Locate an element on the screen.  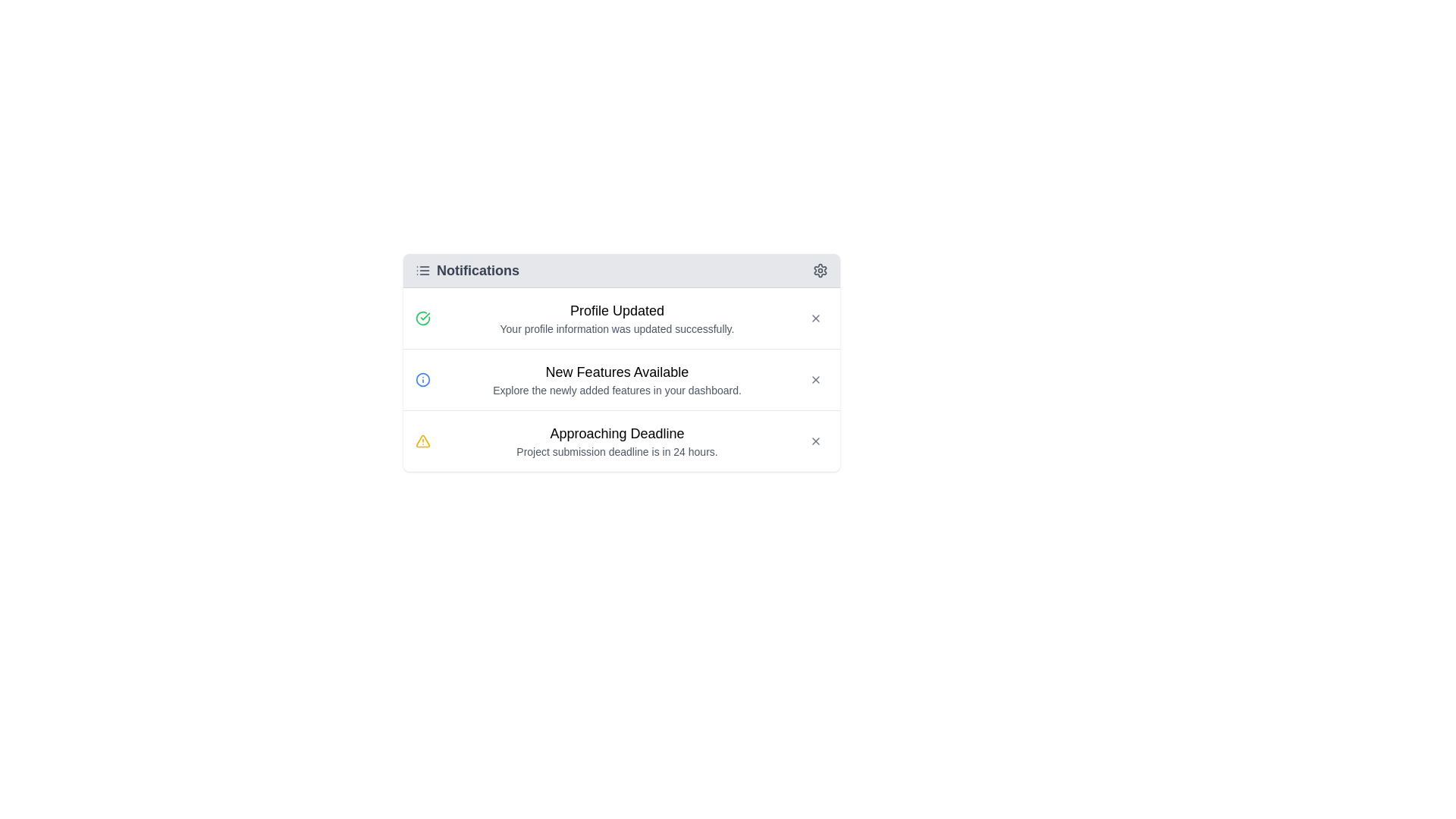
the visual indicator icon located to the left of the notification message stating 'Profile Updated' with subtext 'Your profile information was updated successfully.' is located at coordinates (422, 318).